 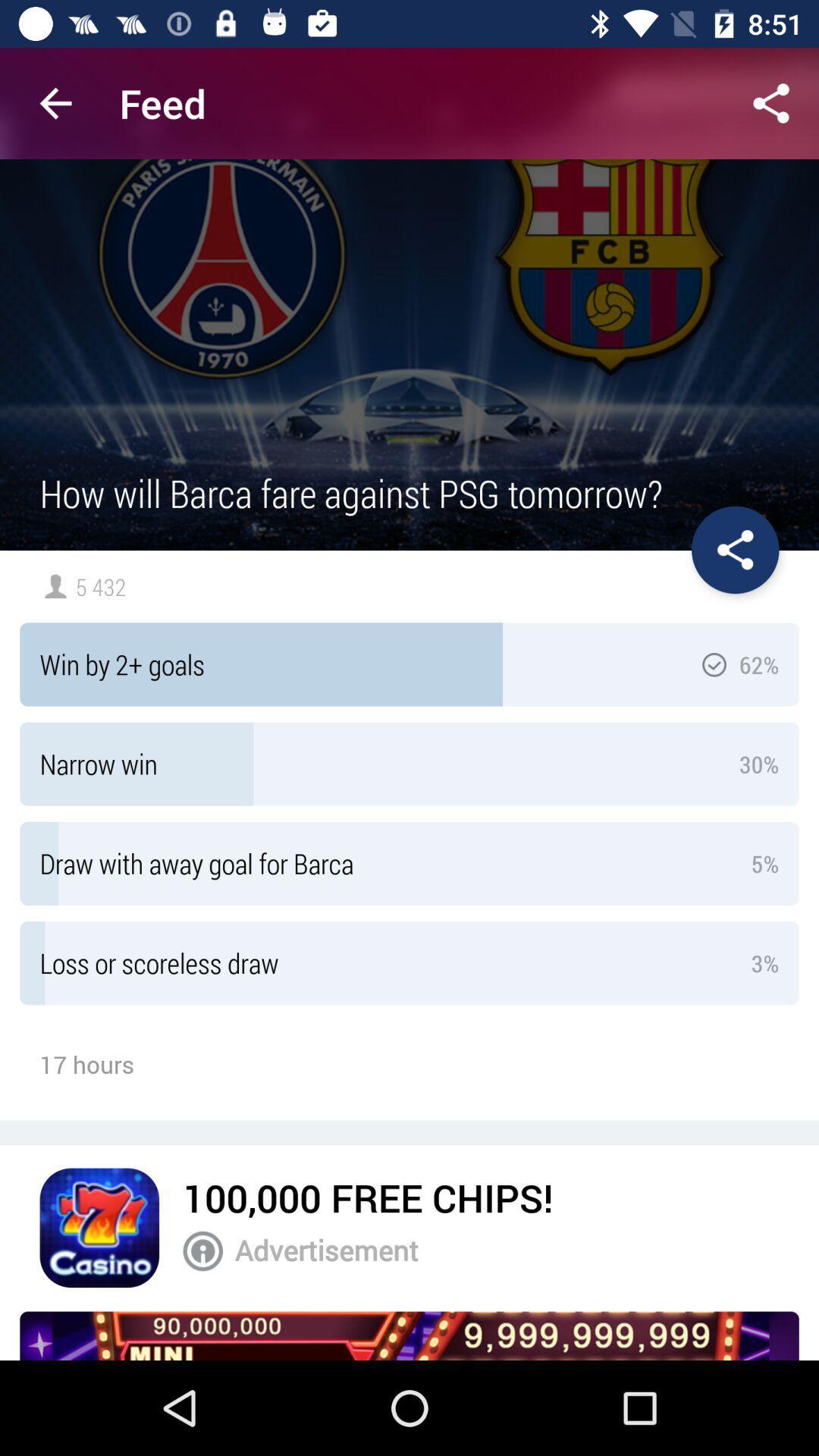 I want to click on share the poll, so click(x=734, y=549).